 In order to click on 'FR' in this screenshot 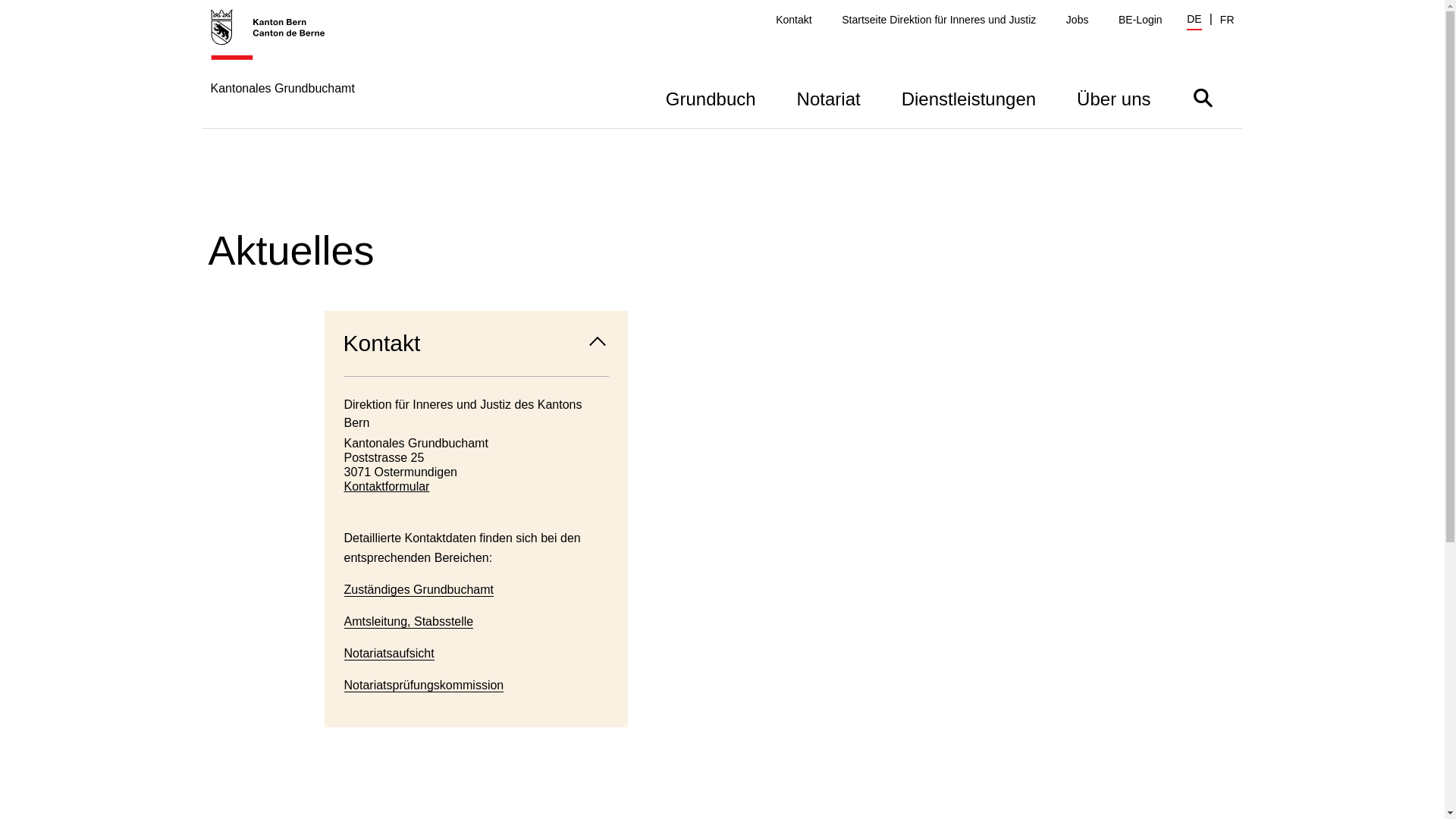, I will do `click(1227, 20)`.